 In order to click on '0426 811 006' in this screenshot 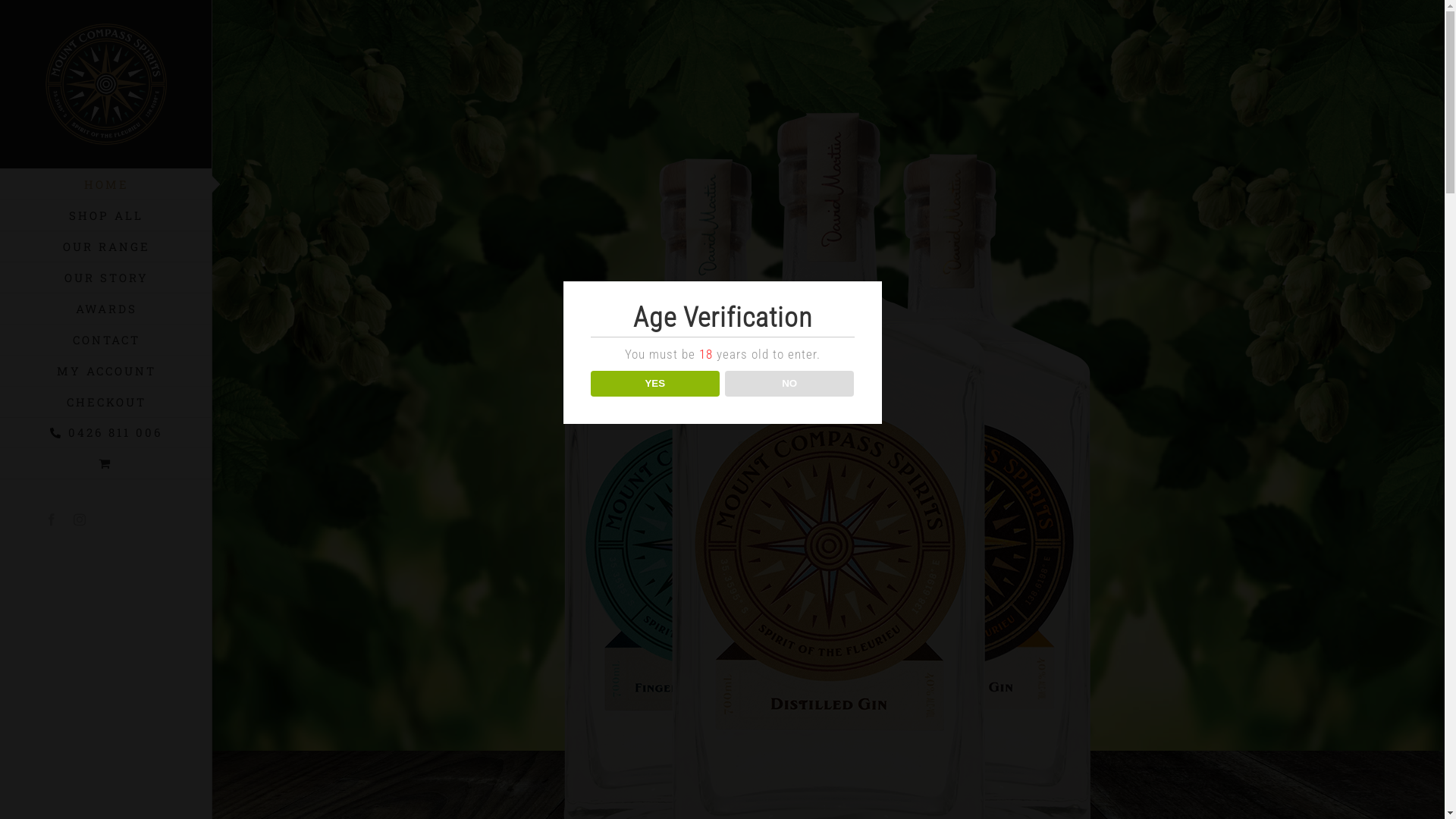, I will do `click(105, 432)`.